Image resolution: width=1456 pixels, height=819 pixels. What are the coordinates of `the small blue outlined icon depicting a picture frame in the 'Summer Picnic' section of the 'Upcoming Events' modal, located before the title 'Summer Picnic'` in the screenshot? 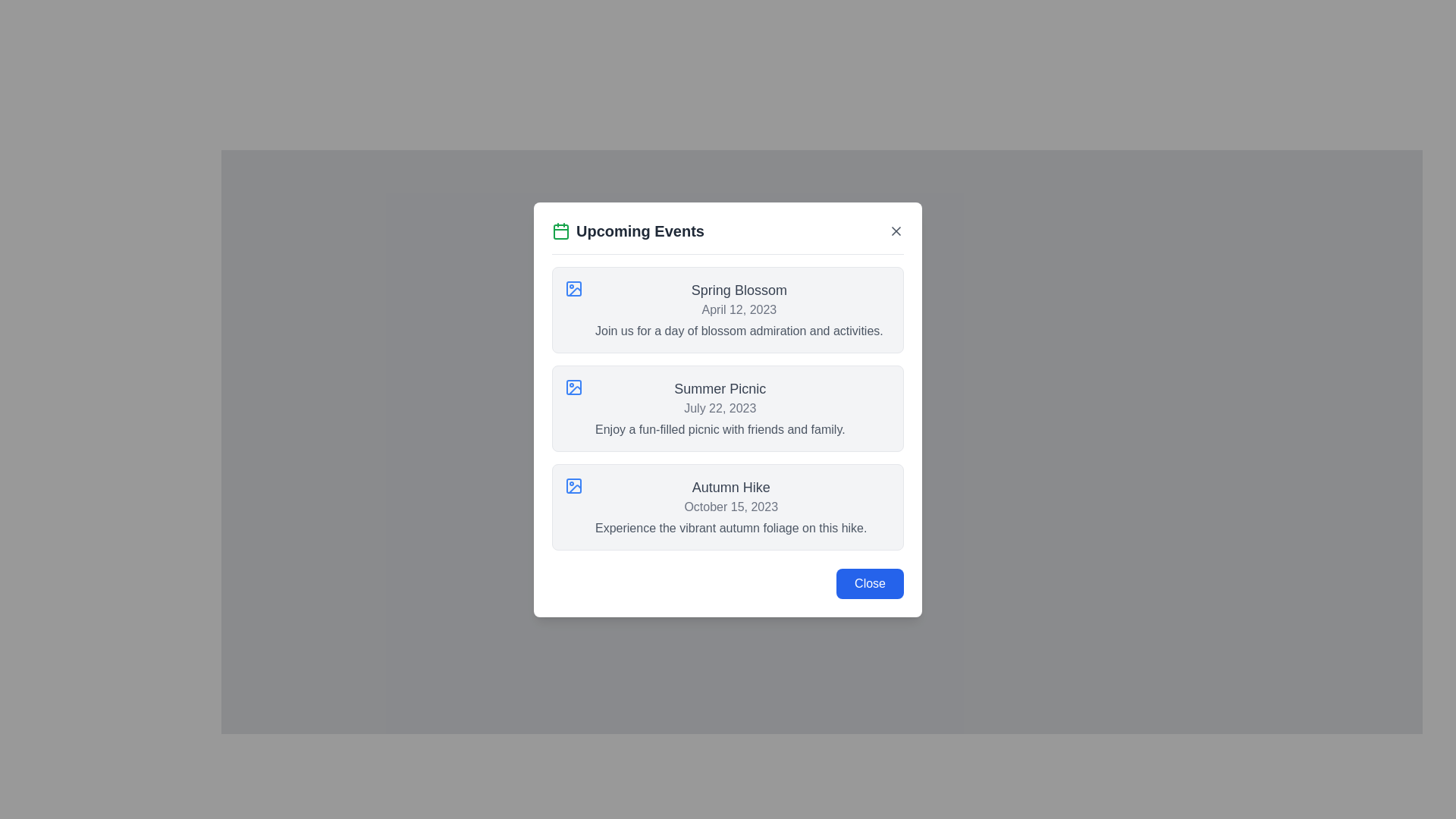 It's located at (573, 386).